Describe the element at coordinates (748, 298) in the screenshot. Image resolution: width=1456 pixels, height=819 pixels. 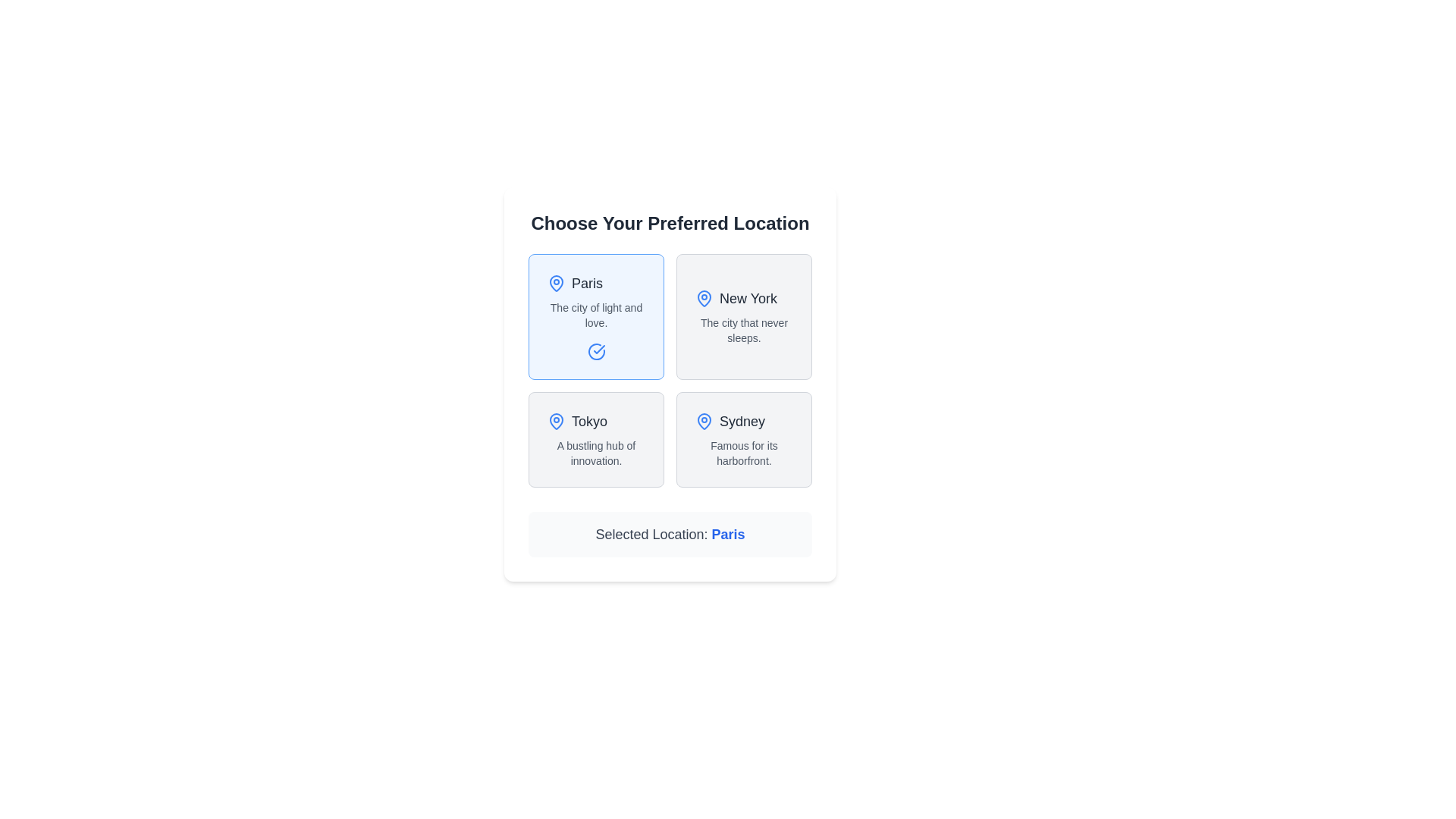
I see `text label that identifies the city of New York, located in the top-right option of the four-option grid` at that location.